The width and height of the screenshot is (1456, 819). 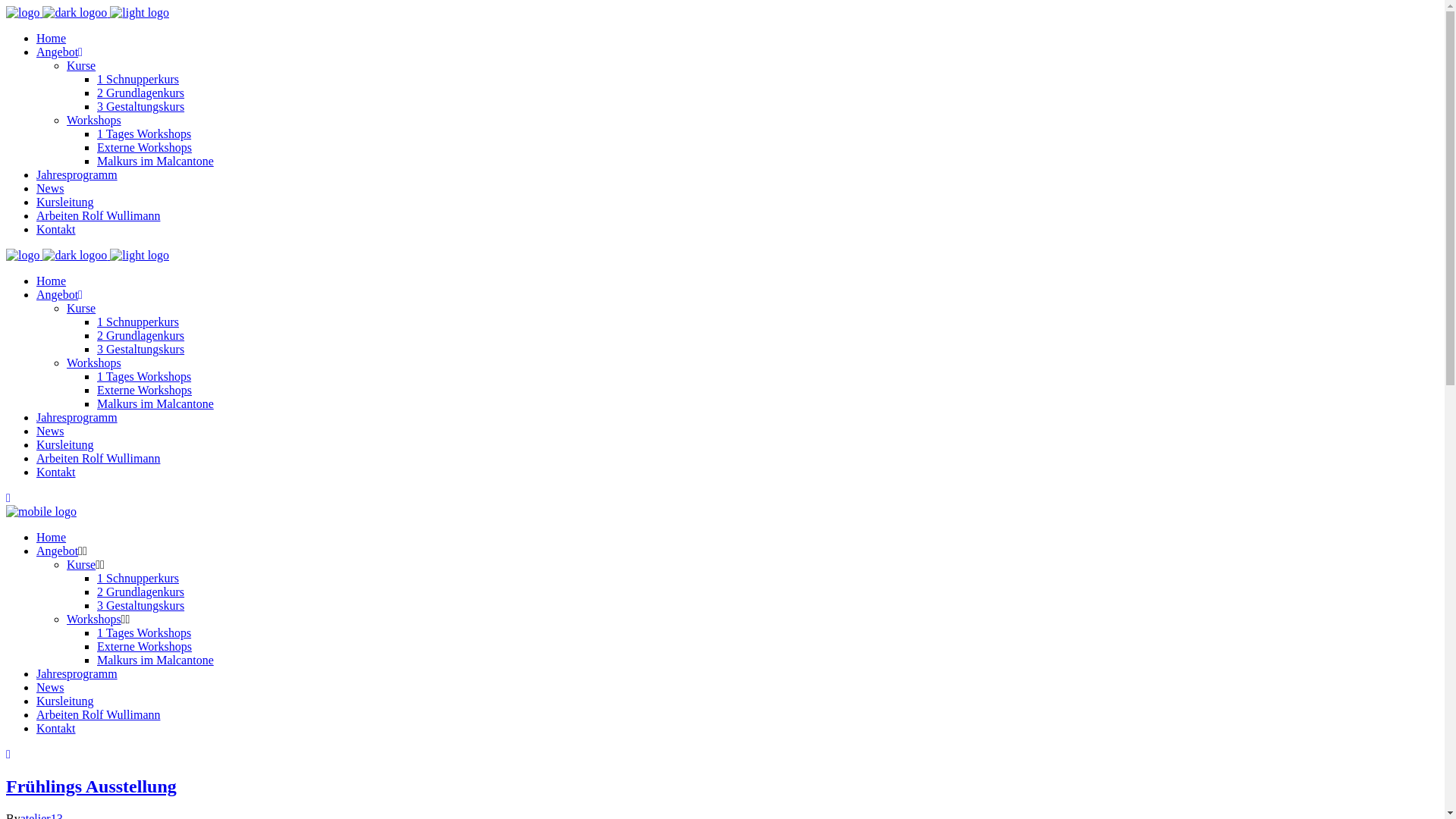 I want to click on 'Angebot', so click(x=59, y=294).